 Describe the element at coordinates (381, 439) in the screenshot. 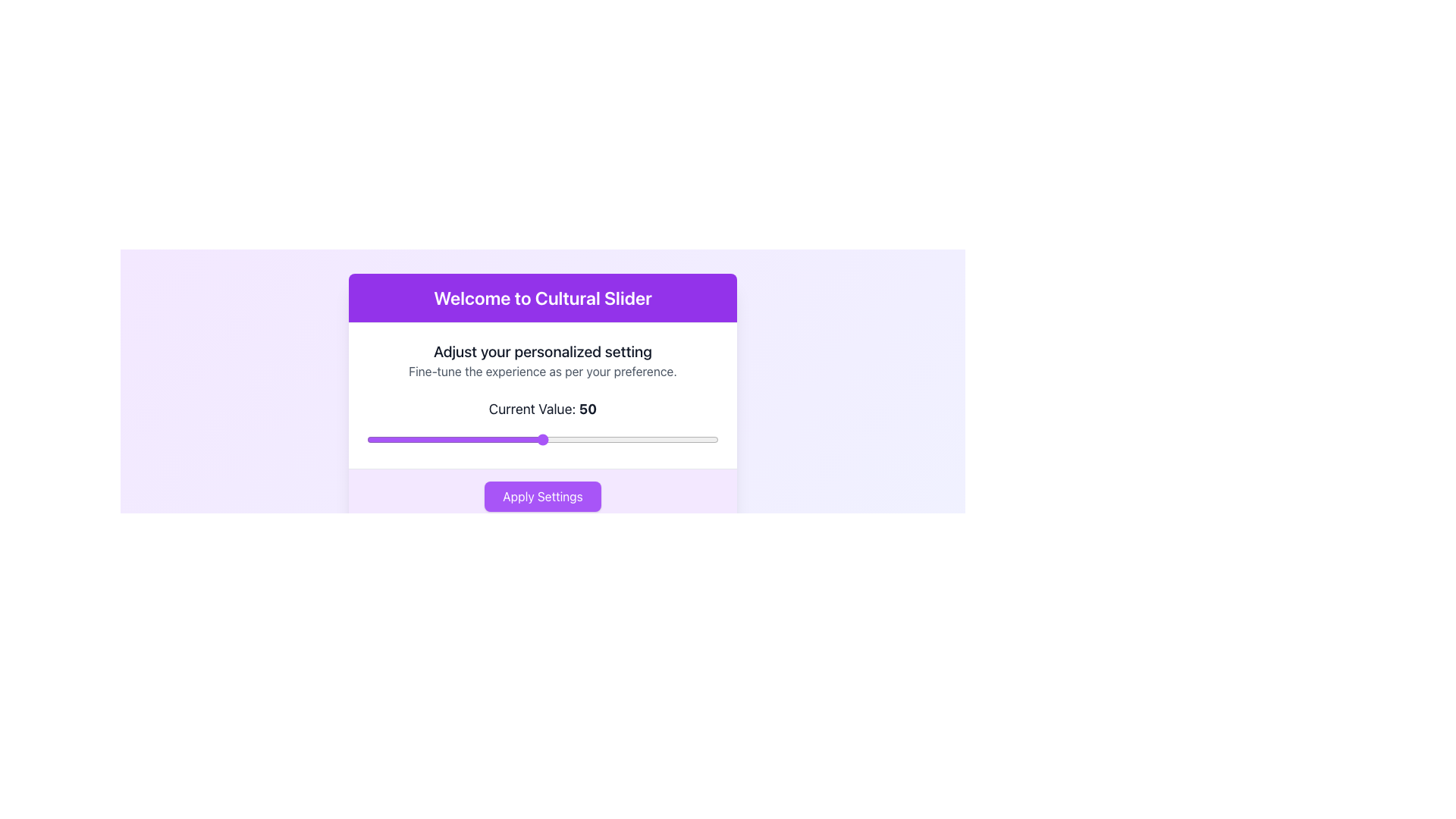

I see `slider value` at that location.